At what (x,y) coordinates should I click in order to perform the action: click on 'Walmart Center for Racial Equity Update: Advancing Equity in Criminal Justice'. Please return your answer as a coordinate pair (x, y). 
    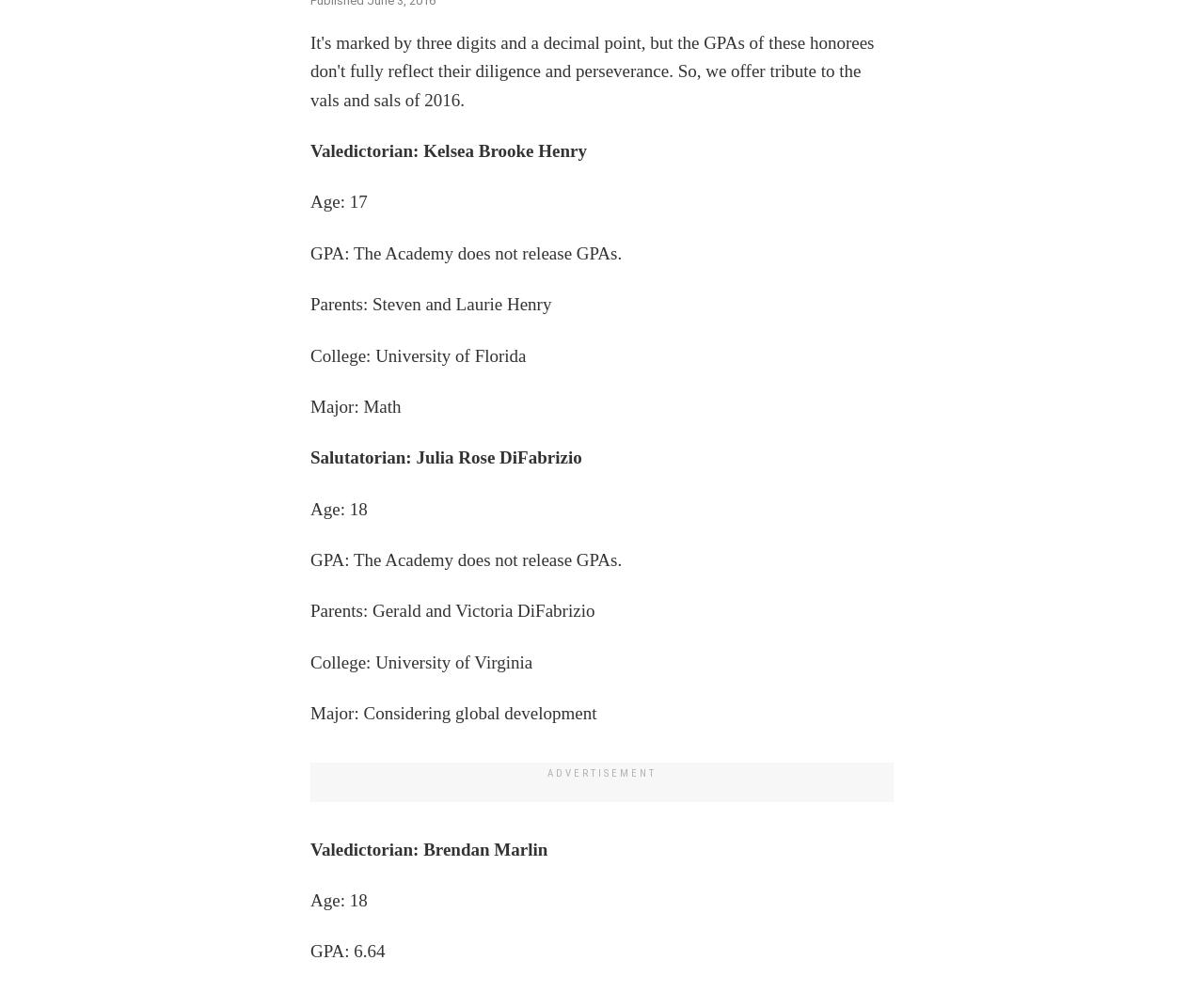
    Looking at the image, I should click on (425, 895).